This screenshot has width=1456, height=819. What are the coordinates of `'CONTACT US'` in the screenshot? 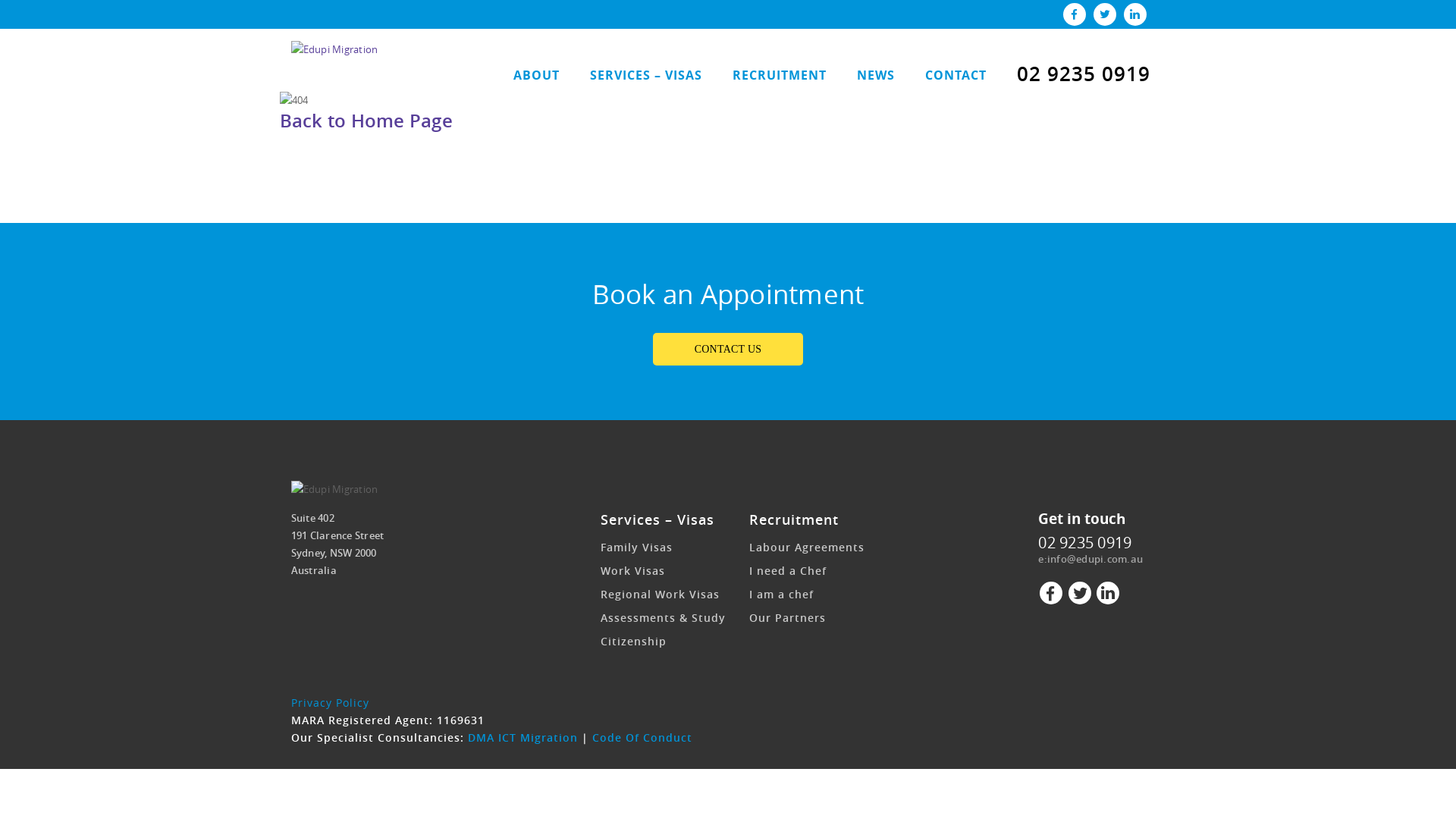 It's located at (728, 349).